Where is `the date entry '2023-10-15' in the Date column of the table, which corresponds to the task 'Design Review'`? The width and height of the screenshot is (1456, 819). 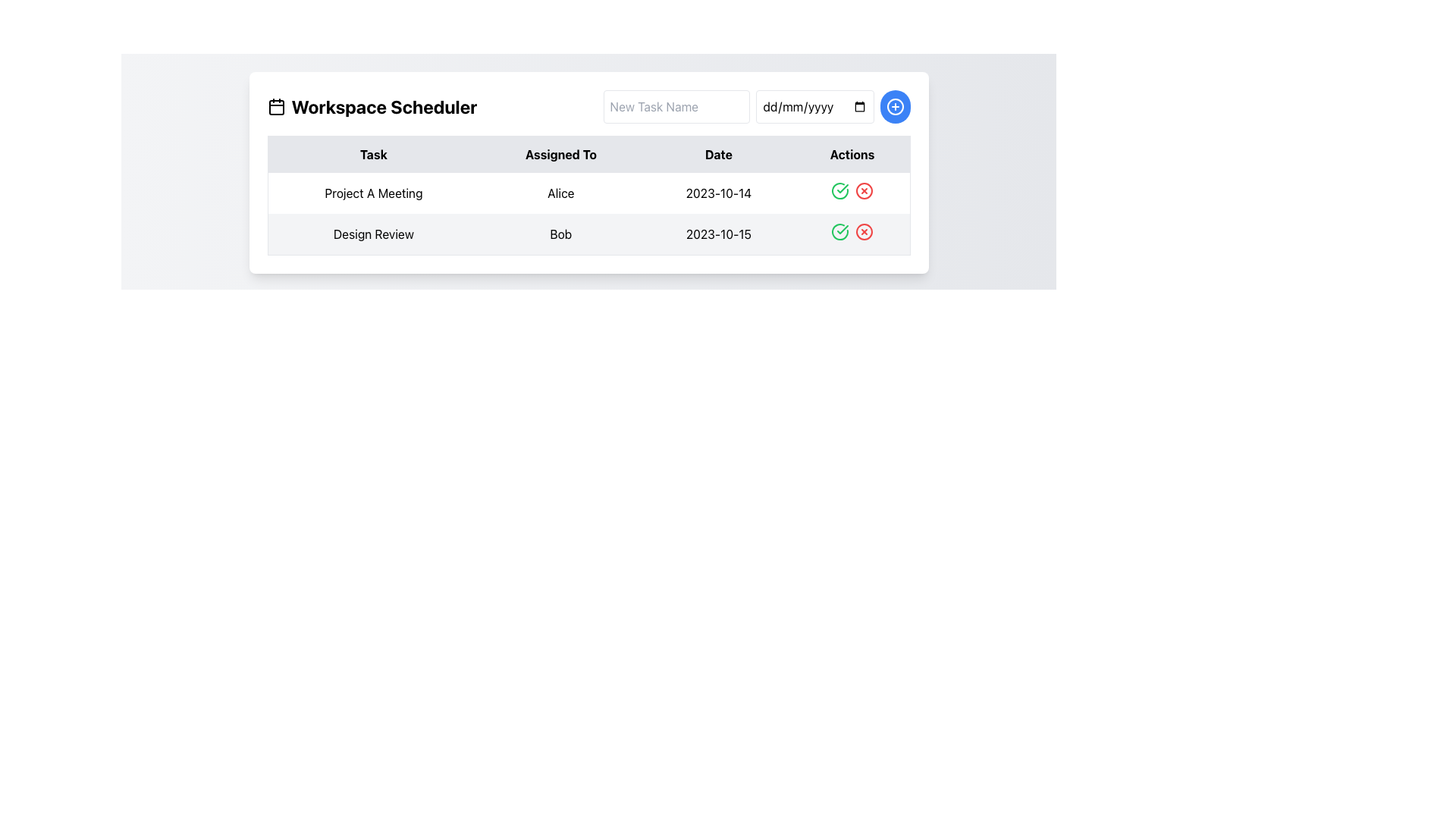
the date entry '2023-10-15' in the Date column of the table, which corresponds to the task 'Design Review' is located at coordinates (717, 234).